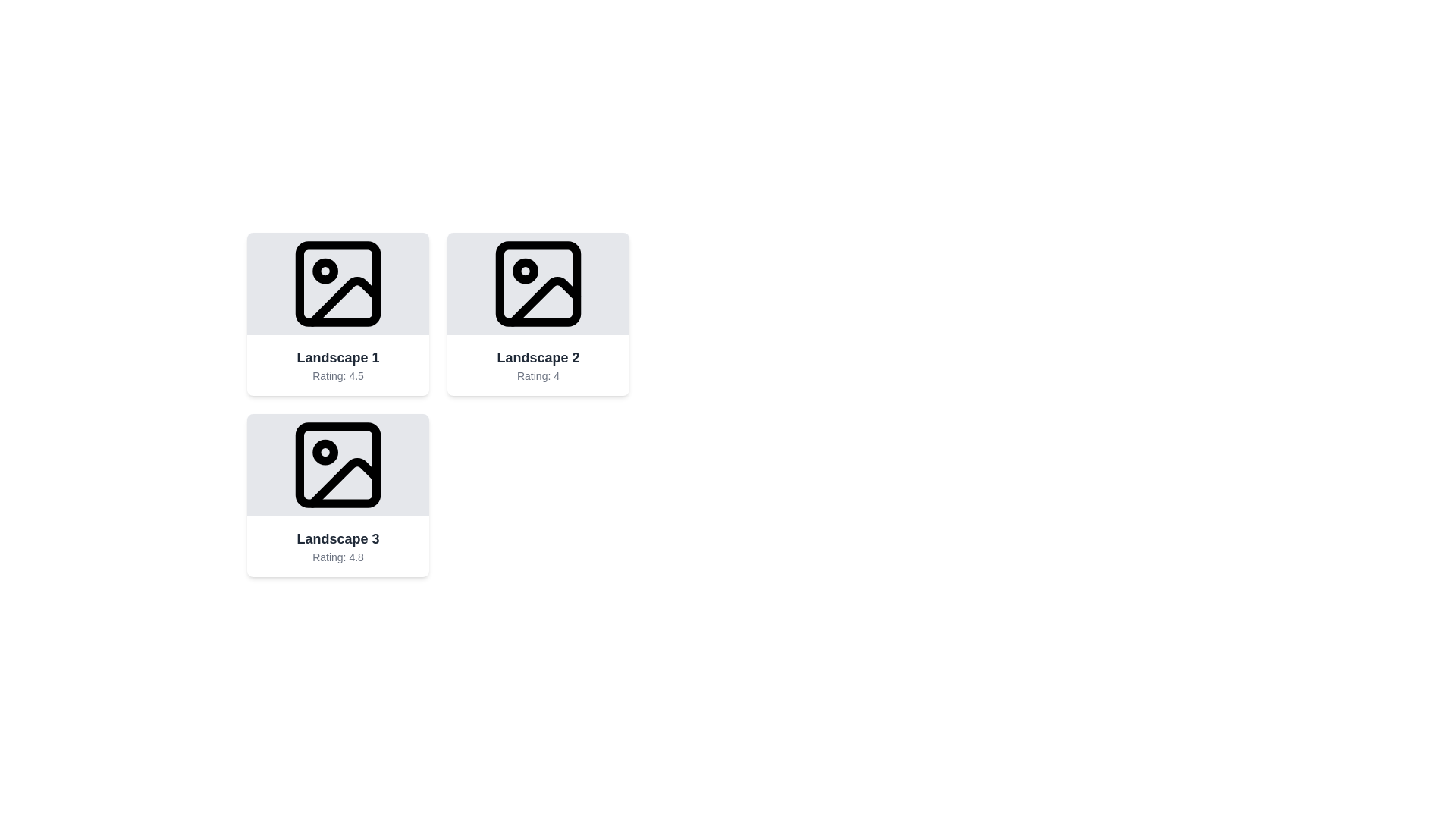 This screenshot has width=1456, height=819. I want to click on the graphical element located within the 'Landscape 1' card icon, which is positioned at the top-left part of the layout grid and forms a diagonal segment, so click(344, 301).